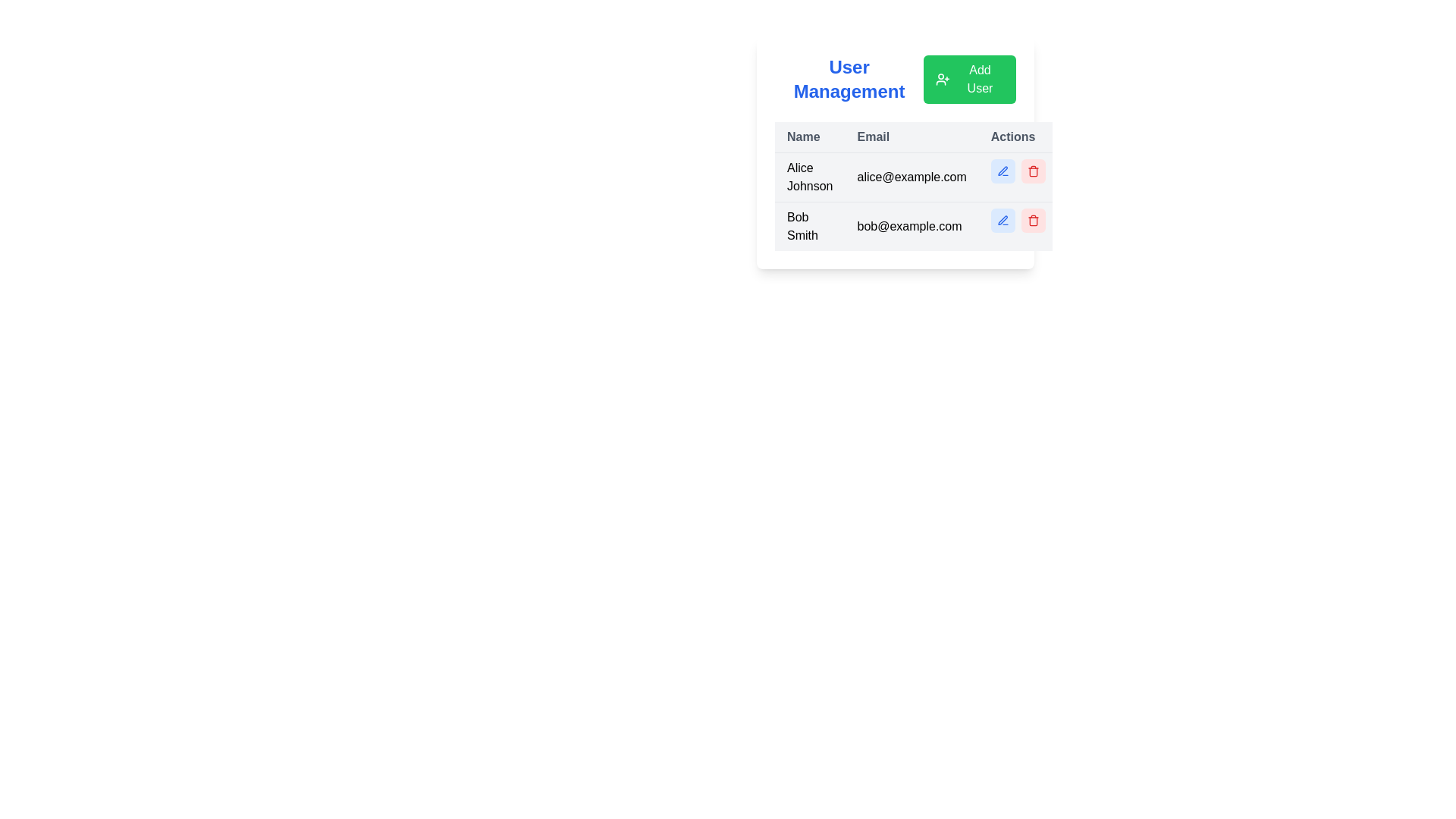 Image resolution: width=1456 pixels, height=819 pixels. Describe the element at coordinates (1018, 137) in the screenshot. I see `the static text label that serves as the header for the 'Actions' column in the table layout` at that location.